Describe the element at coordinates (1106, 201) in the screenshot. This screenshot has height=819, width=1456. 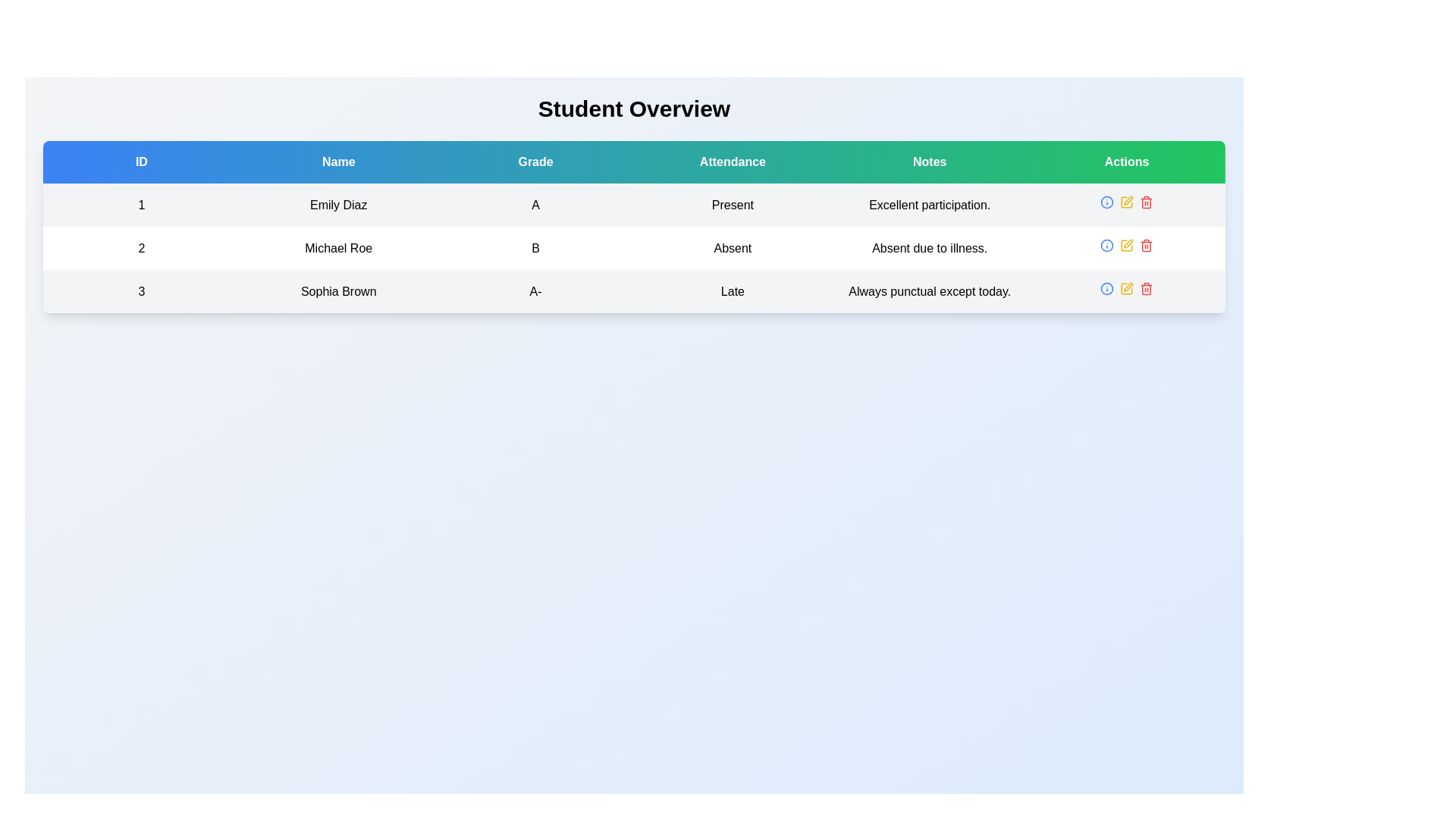
I see `the circular SVG graphic element representing an icon in the 'Actions' column of the second row of the table` at that location.